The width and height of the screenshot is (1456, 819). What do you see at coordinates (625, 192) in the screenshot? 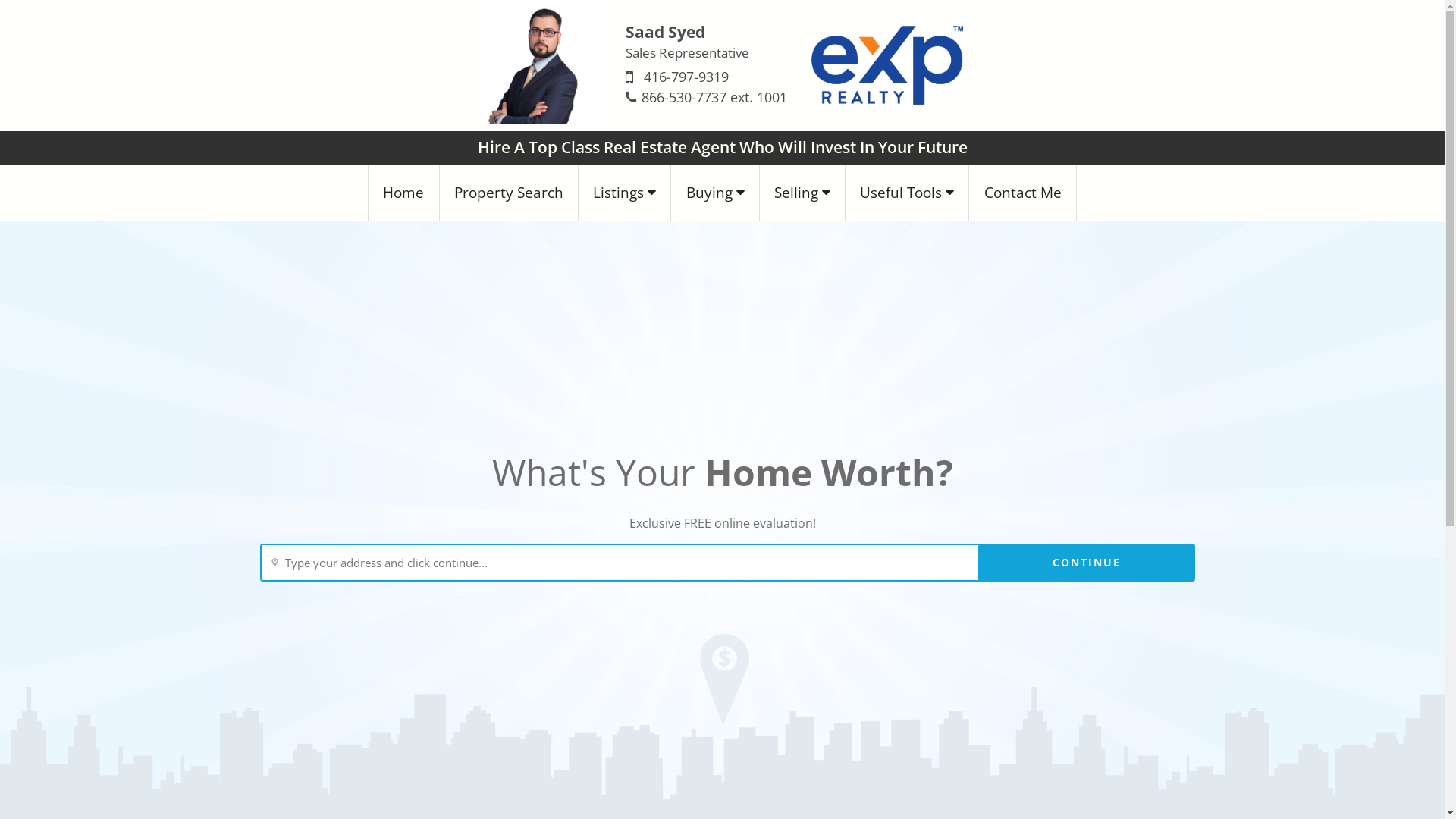
I see `'Listings'` at bounding box center [625, 192].